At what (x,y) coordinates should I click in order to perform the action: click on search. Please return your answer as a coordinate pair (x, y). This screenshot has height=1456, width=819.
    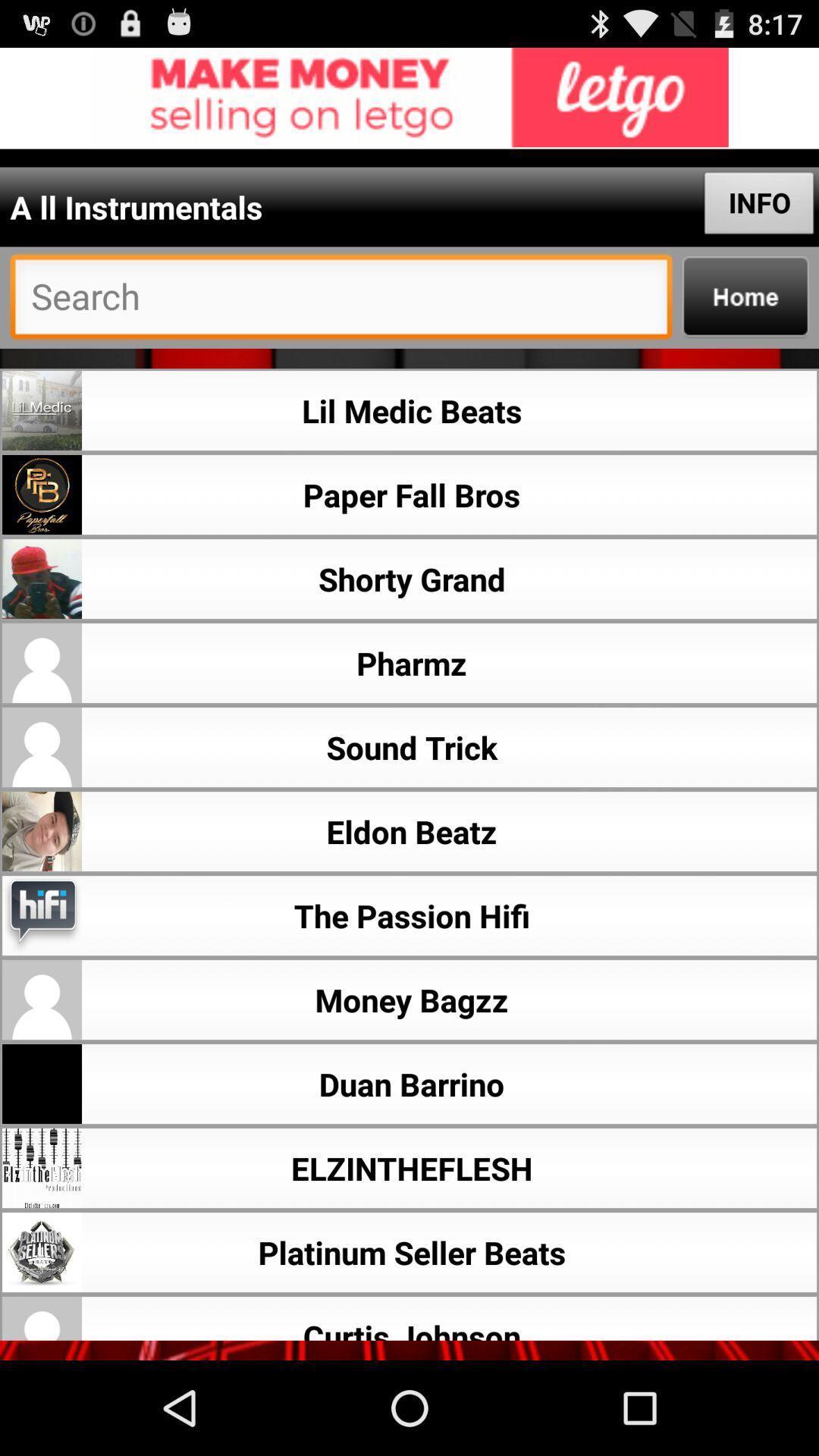
    Looking at the image, I should click on (341, 300).